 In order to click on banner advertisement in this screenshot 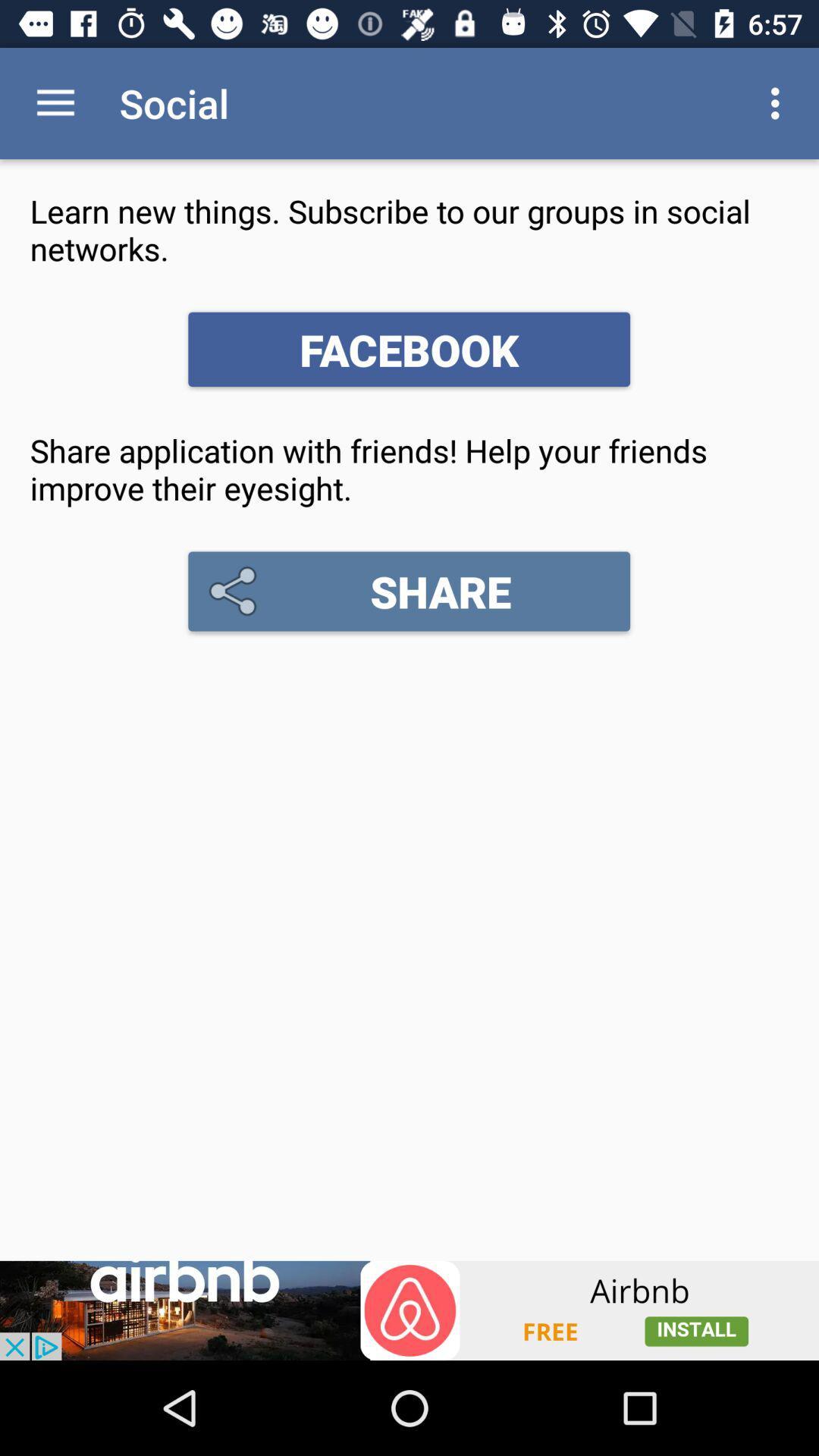, I will do `click(409, 1310)`.